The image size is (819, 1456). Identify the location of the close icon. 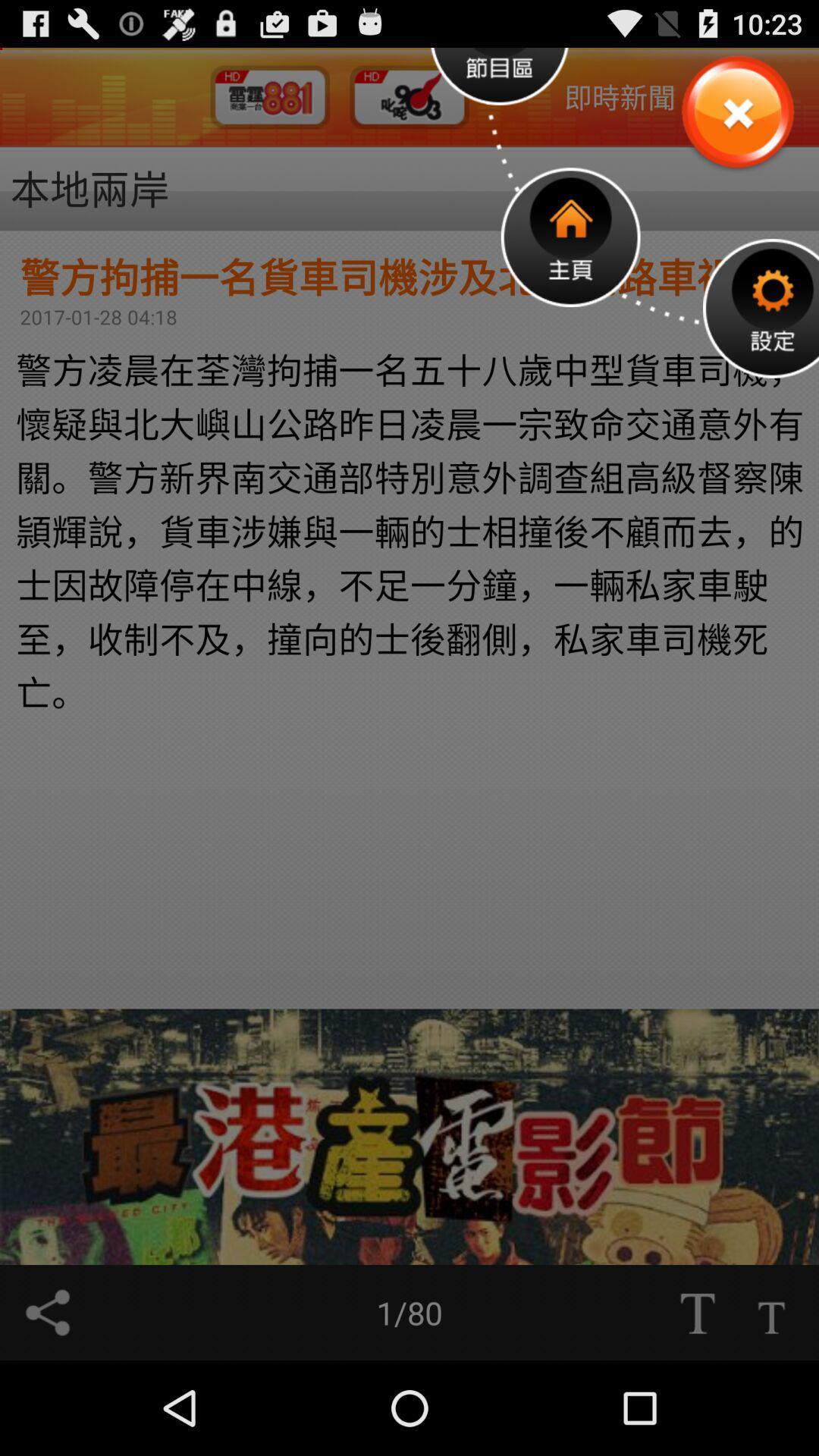
(736, 121).